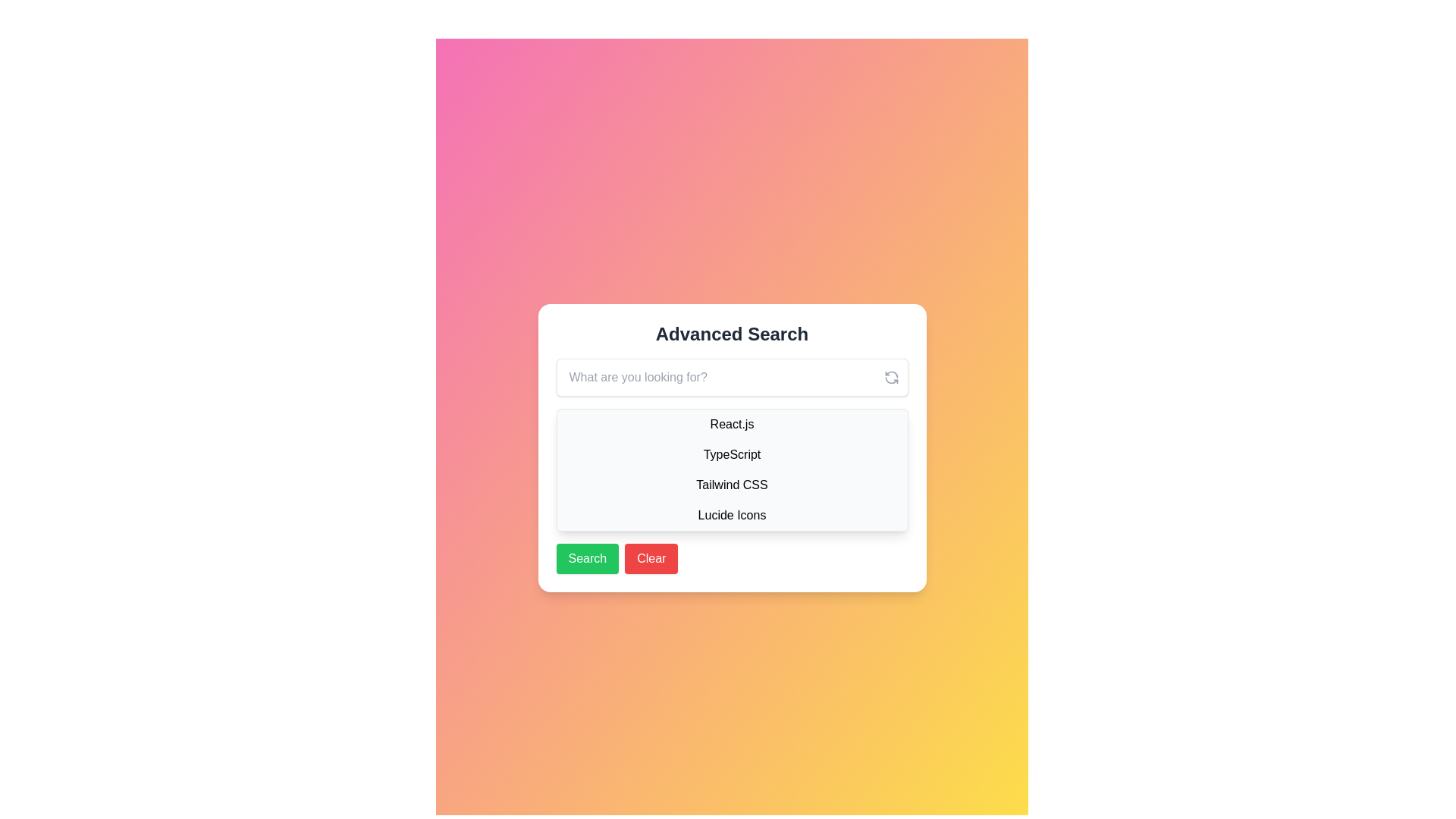 The image size is (1456, 819). Describe the element at coordinates (732, 514) in the screenshot. I see `the 'Lucide Icons' option in the dropdown menu to activate it` at that location.